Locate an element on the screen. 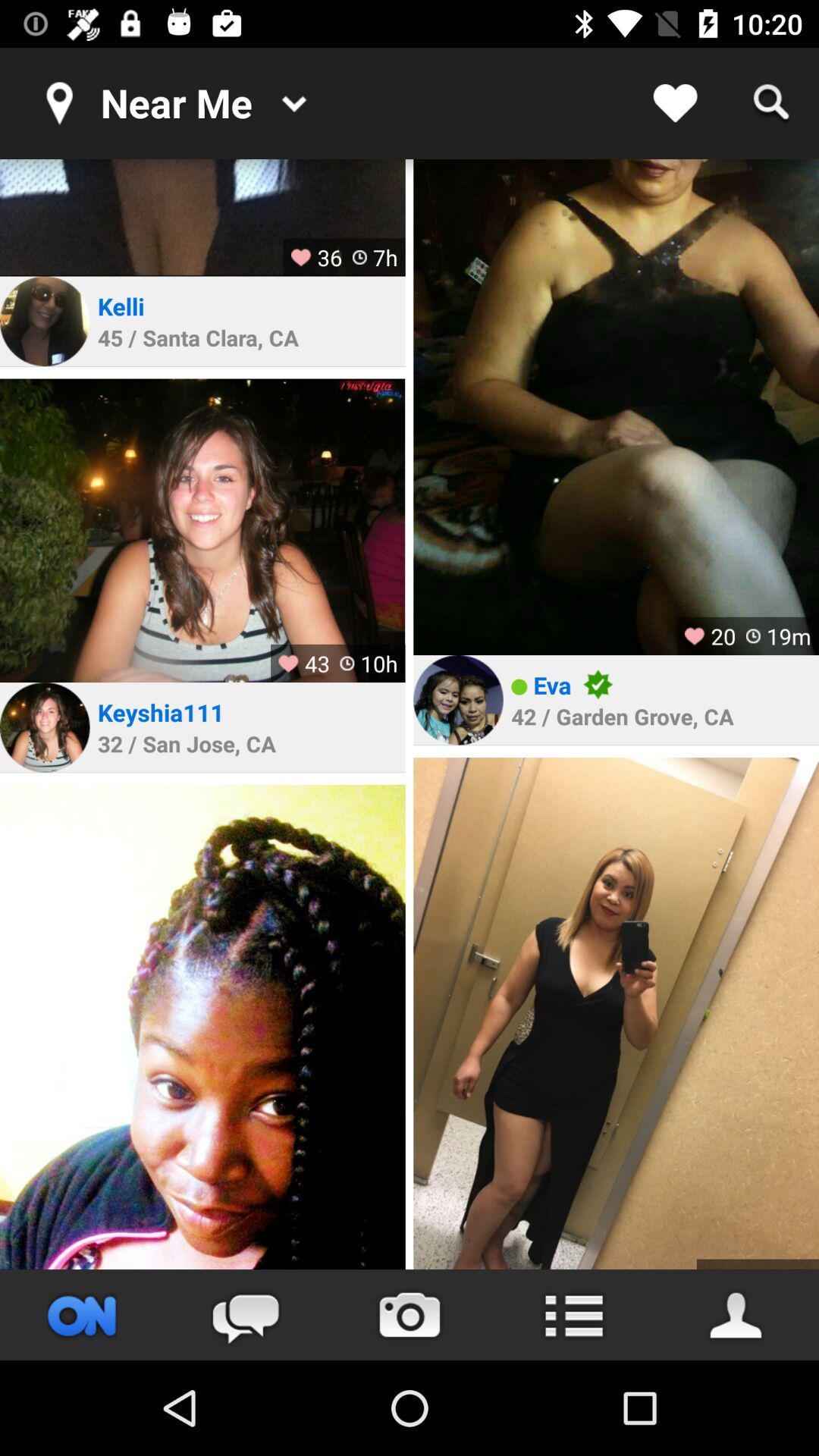  camera is located at coordinates (409, 1314).